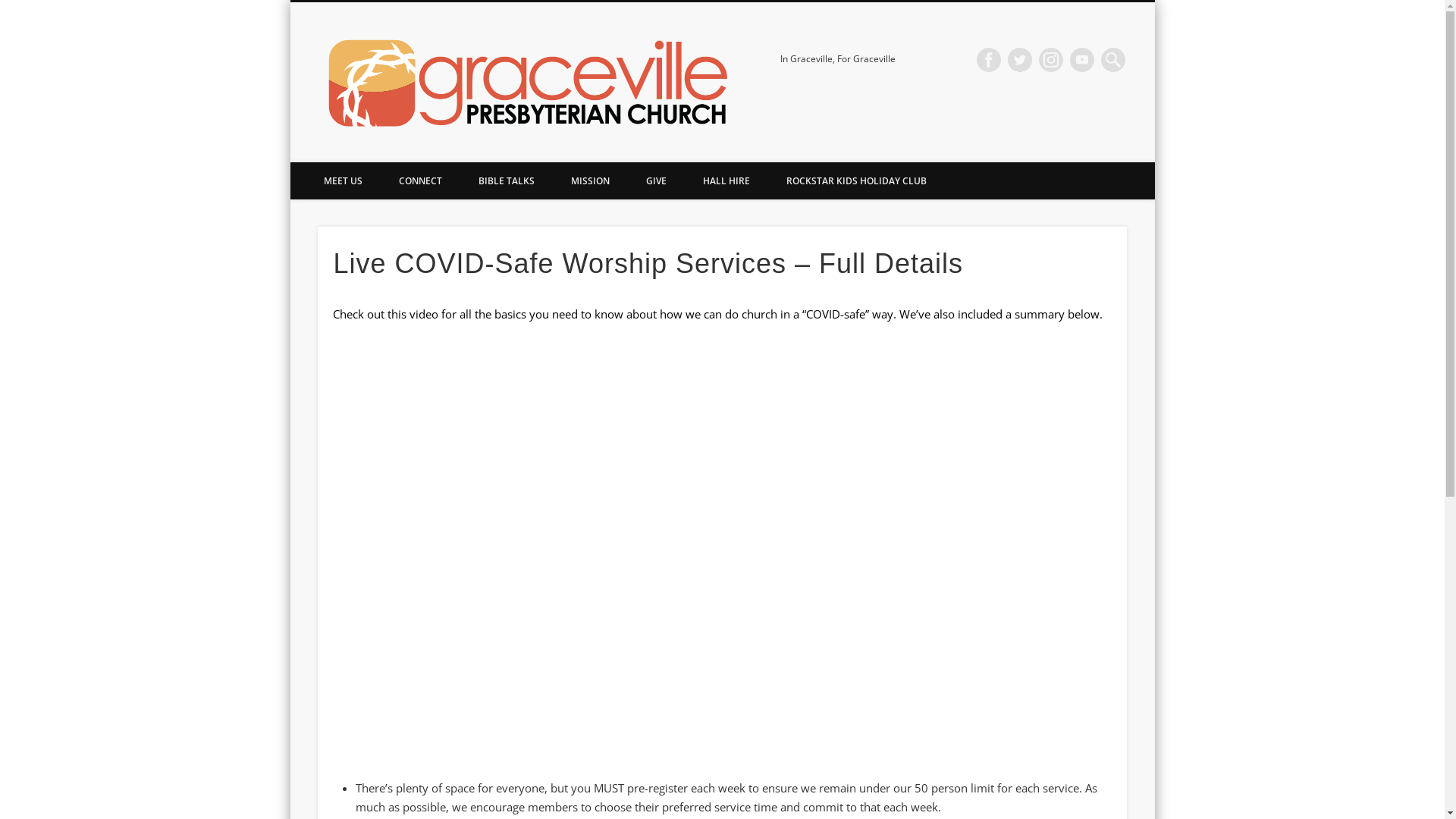  Describe the element at coordinates (724, 180) in the screenshot. I see `'HALL HIRE'` at that location.